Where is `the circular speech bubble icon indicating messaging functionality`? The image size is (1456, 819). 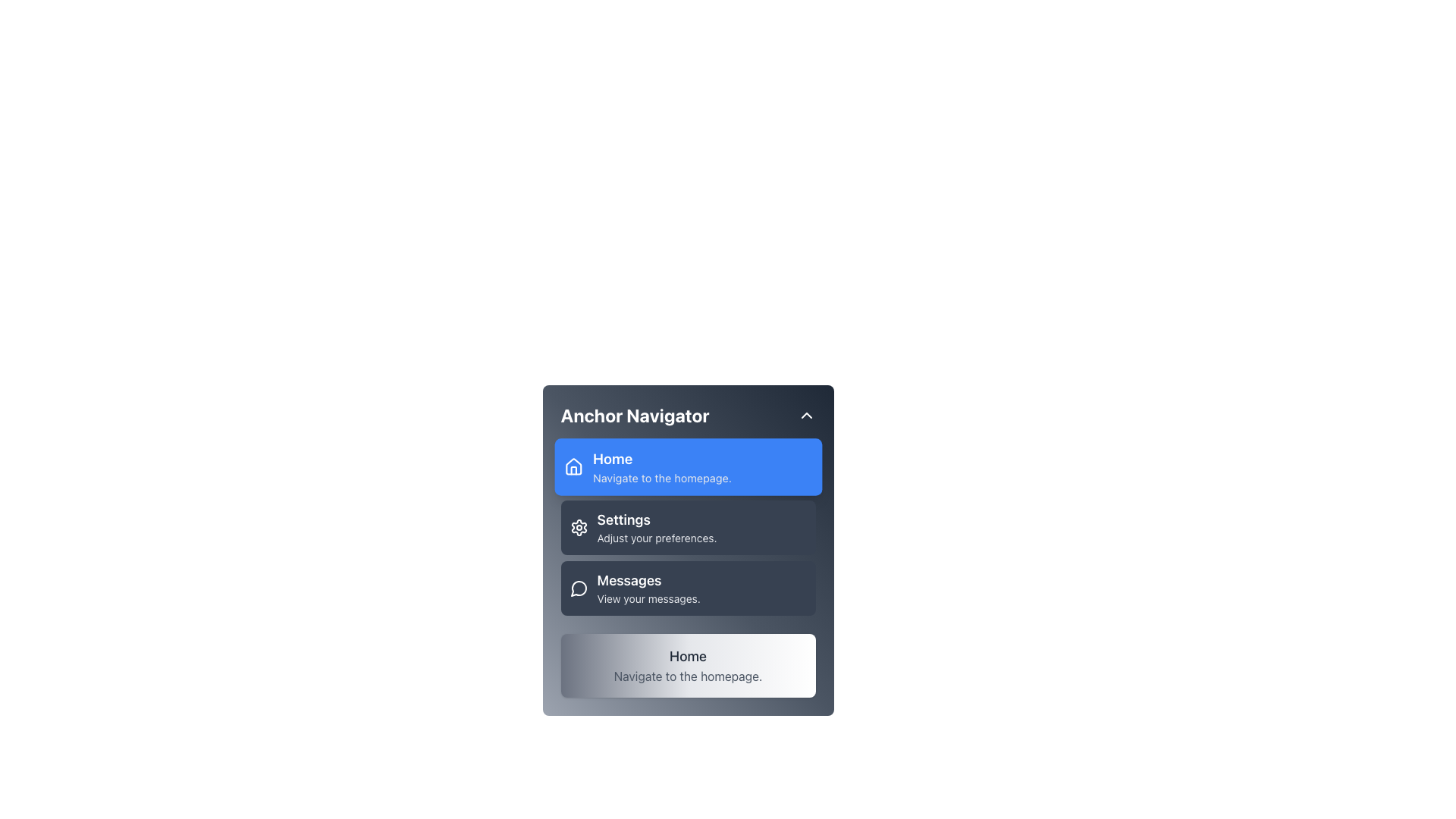 the circular speech bubble icon indicating messaging functionality is located at coordinates (578, 587).